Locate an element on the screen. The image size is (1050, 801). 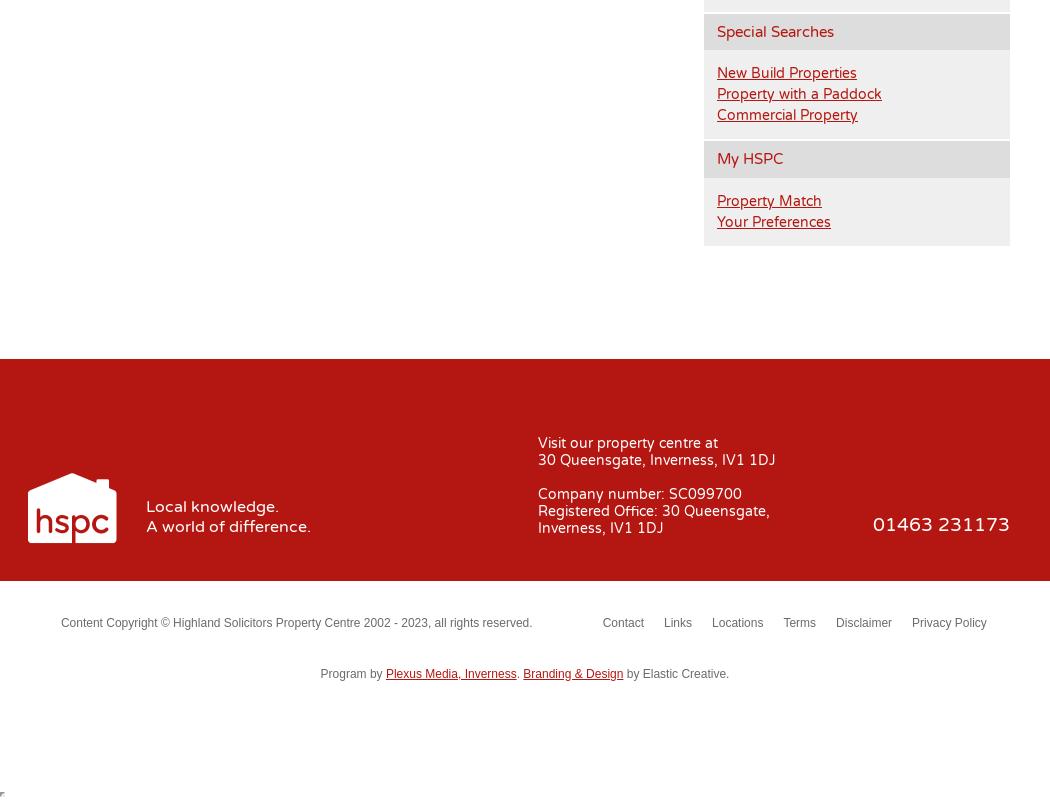
'Branding & Design' is located at coordinates (522, 673).